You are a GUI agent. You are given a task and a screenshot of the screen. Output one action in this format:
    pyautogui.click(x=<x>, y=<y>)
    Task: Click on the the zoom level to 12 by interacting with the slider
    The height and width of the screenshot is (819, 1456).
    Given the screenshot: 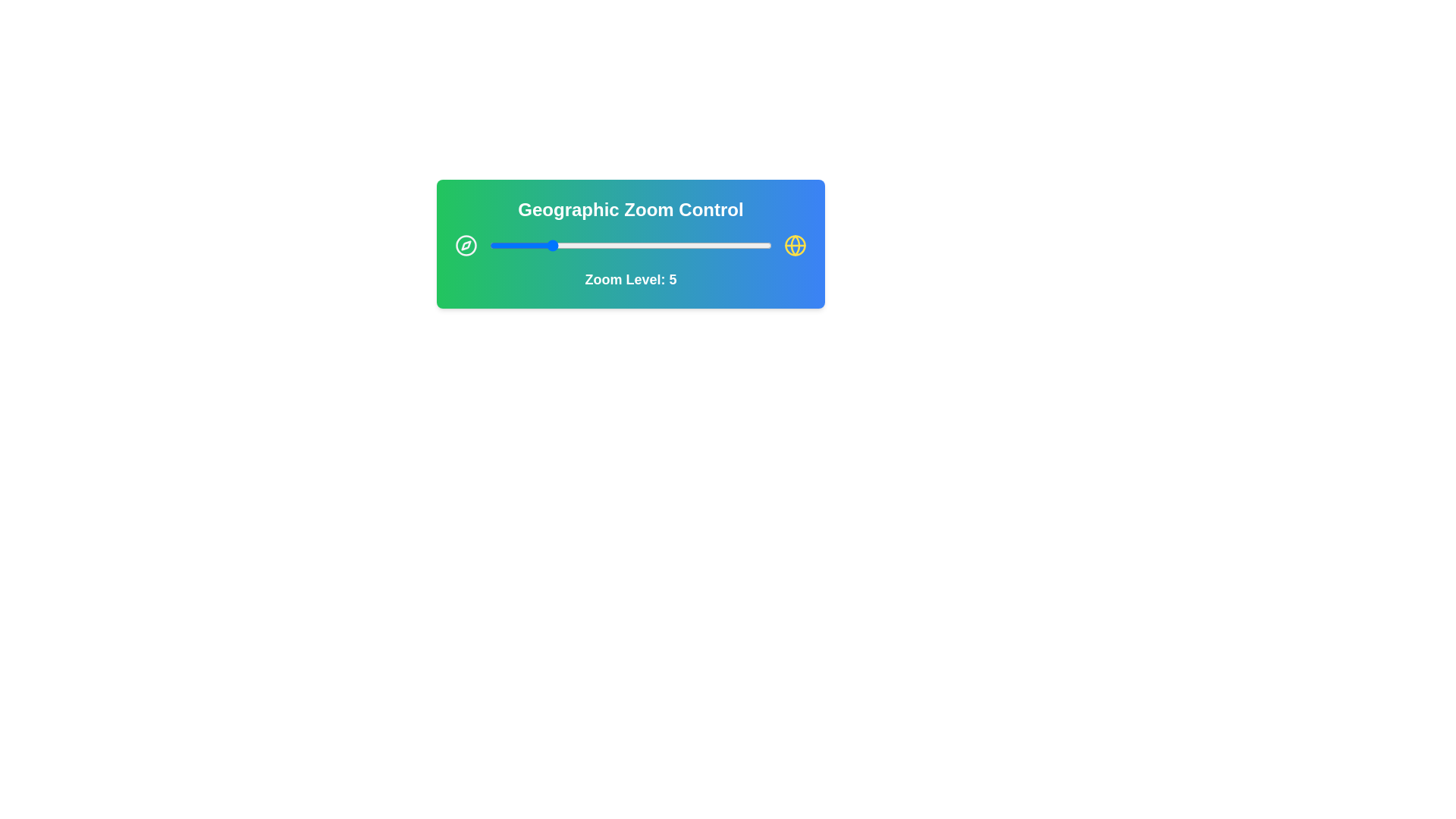 What is the action you would take?
    pyautogui.click(x=653, y=245)
    